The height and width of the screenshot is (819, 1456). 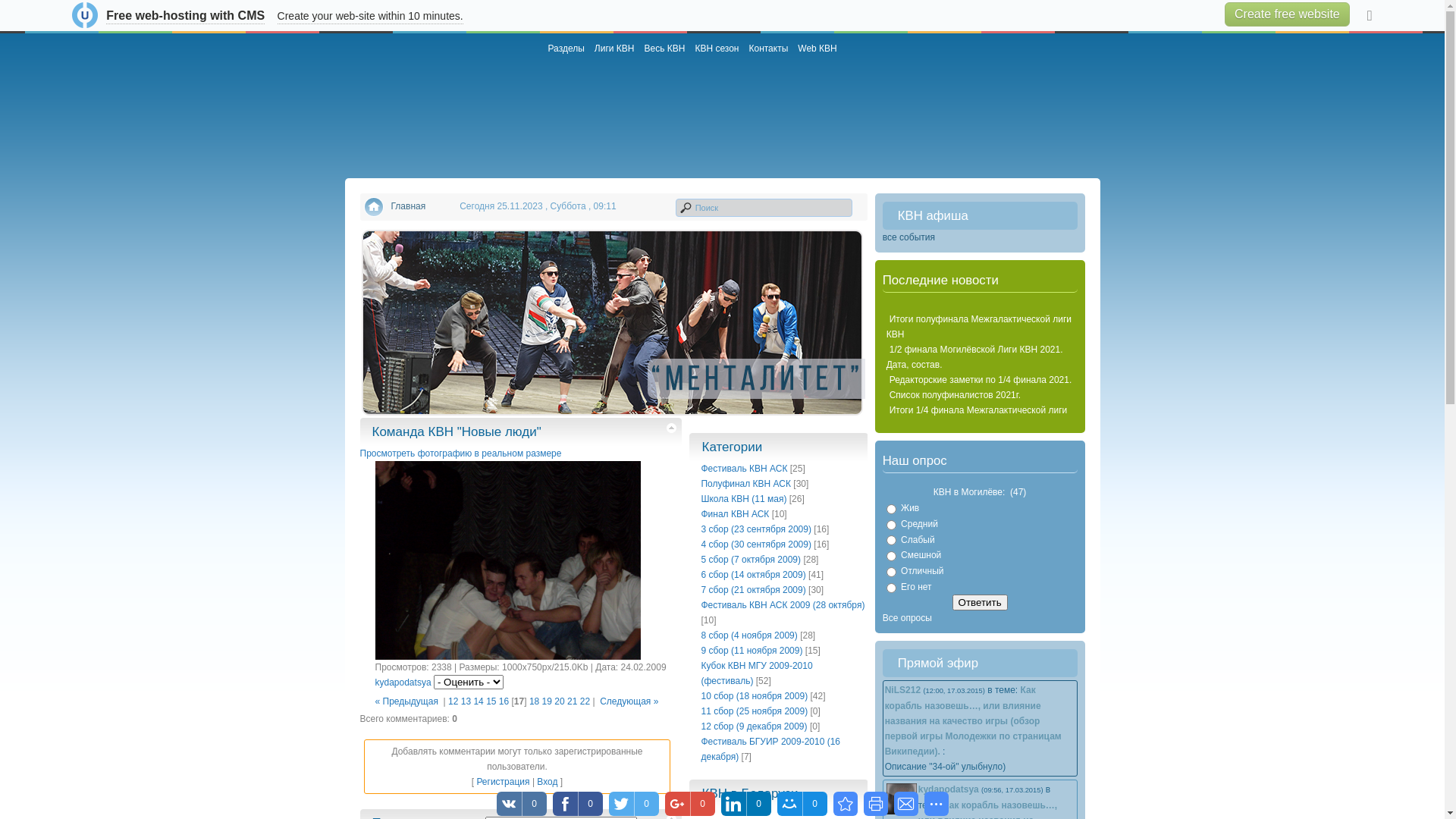 What do you see at coordinates (504, 701) in the screenshot?
I see `'16'` at bounding box center [504, 701].